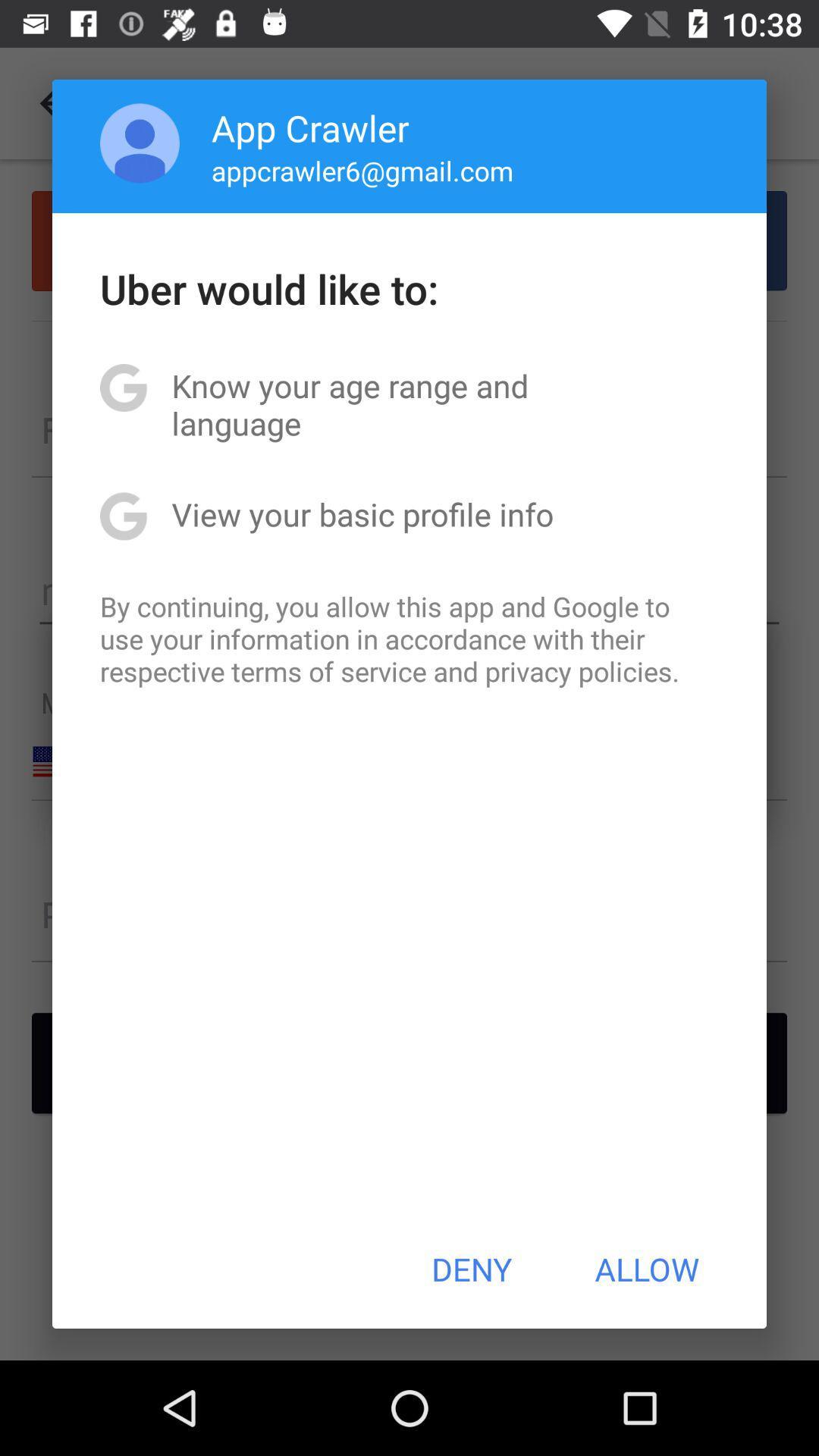 This screenshot has width=819, height=1456. What do you see at coordinates (309, 127) in the screenshot?
I see `the app crawler` at bounding box center [309, 127].